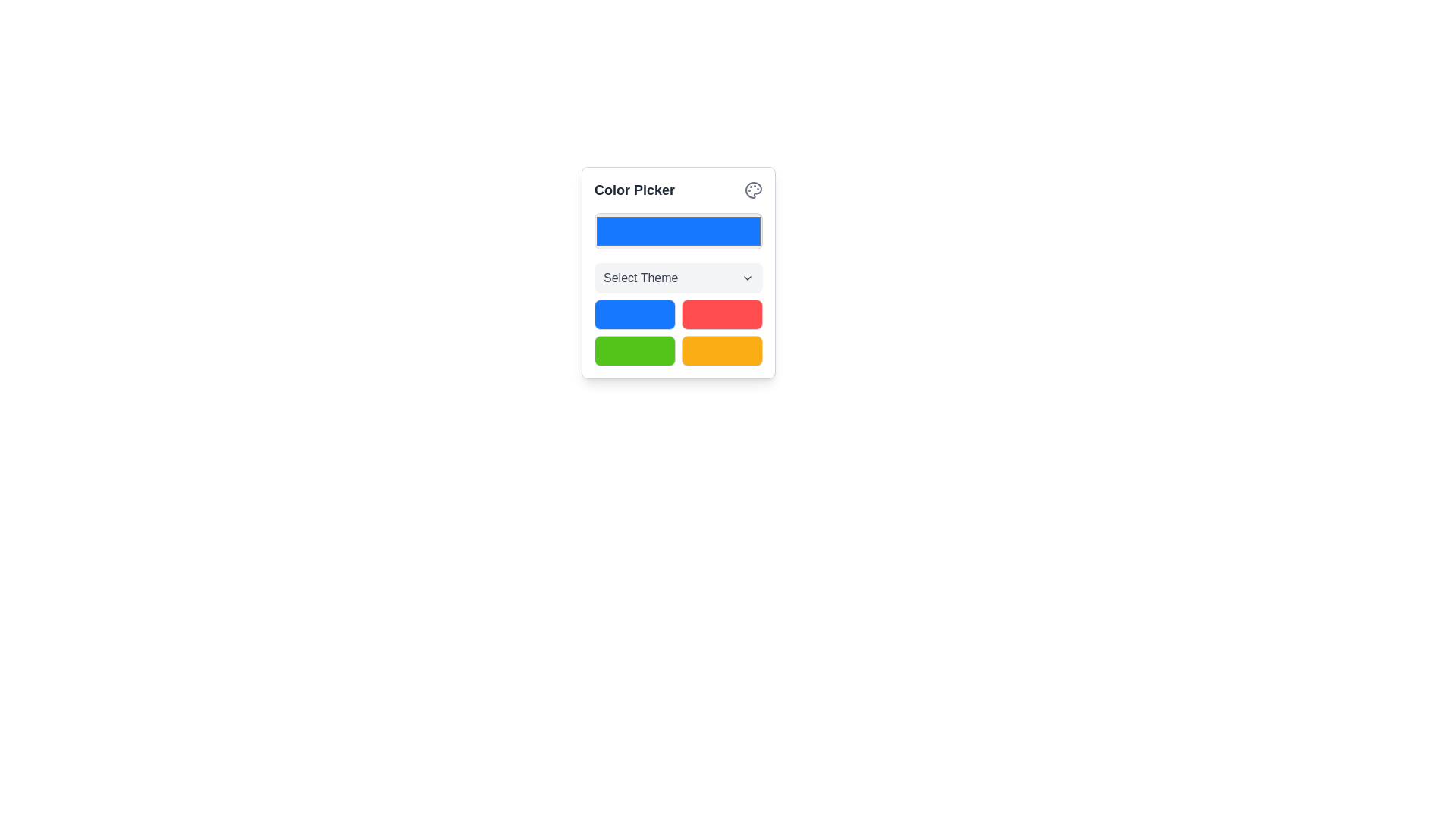  What do you see at coordinates (677, 231) in the screenshot?
I see `the rectangular Color Picker Input with a blue fill and rounded corners, located below the 'Color Picker' title and above the 'Select Theme' button` at bounding box center [677, 231].